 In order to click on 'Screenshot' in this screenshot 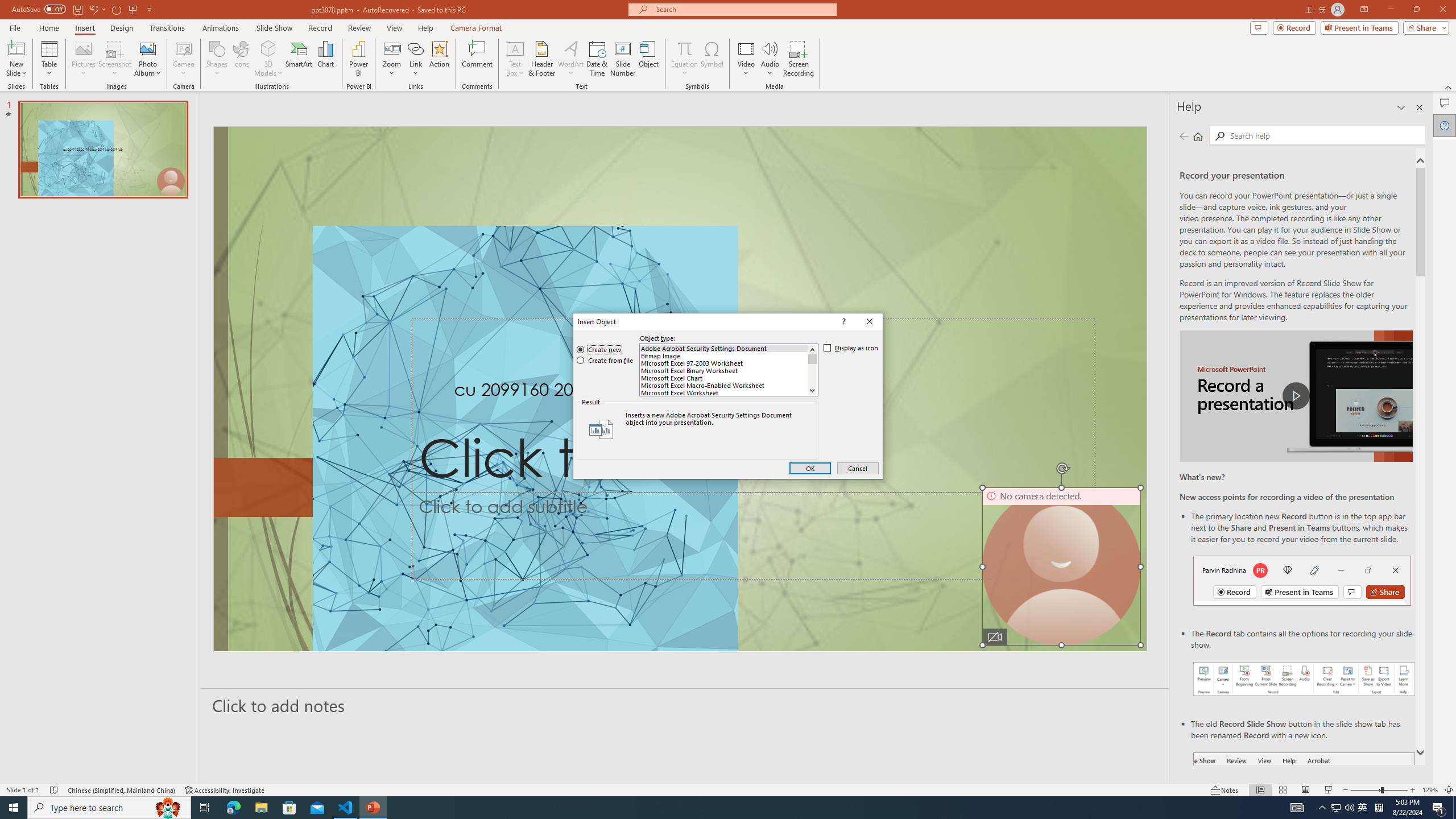, I will do `click(114, 59)`.